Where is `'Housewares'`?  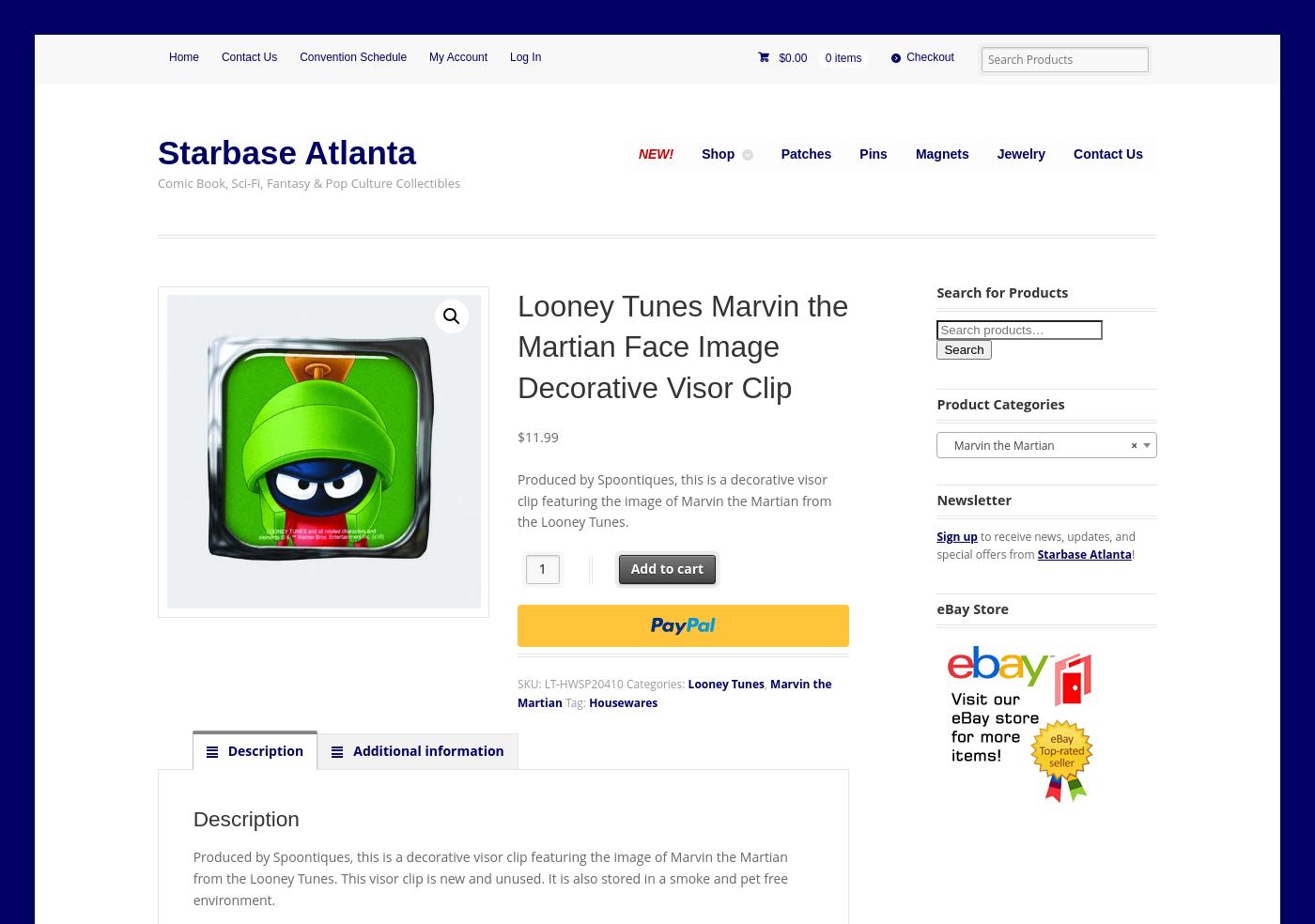
'Housewares' is located at coordinates (623, 701).